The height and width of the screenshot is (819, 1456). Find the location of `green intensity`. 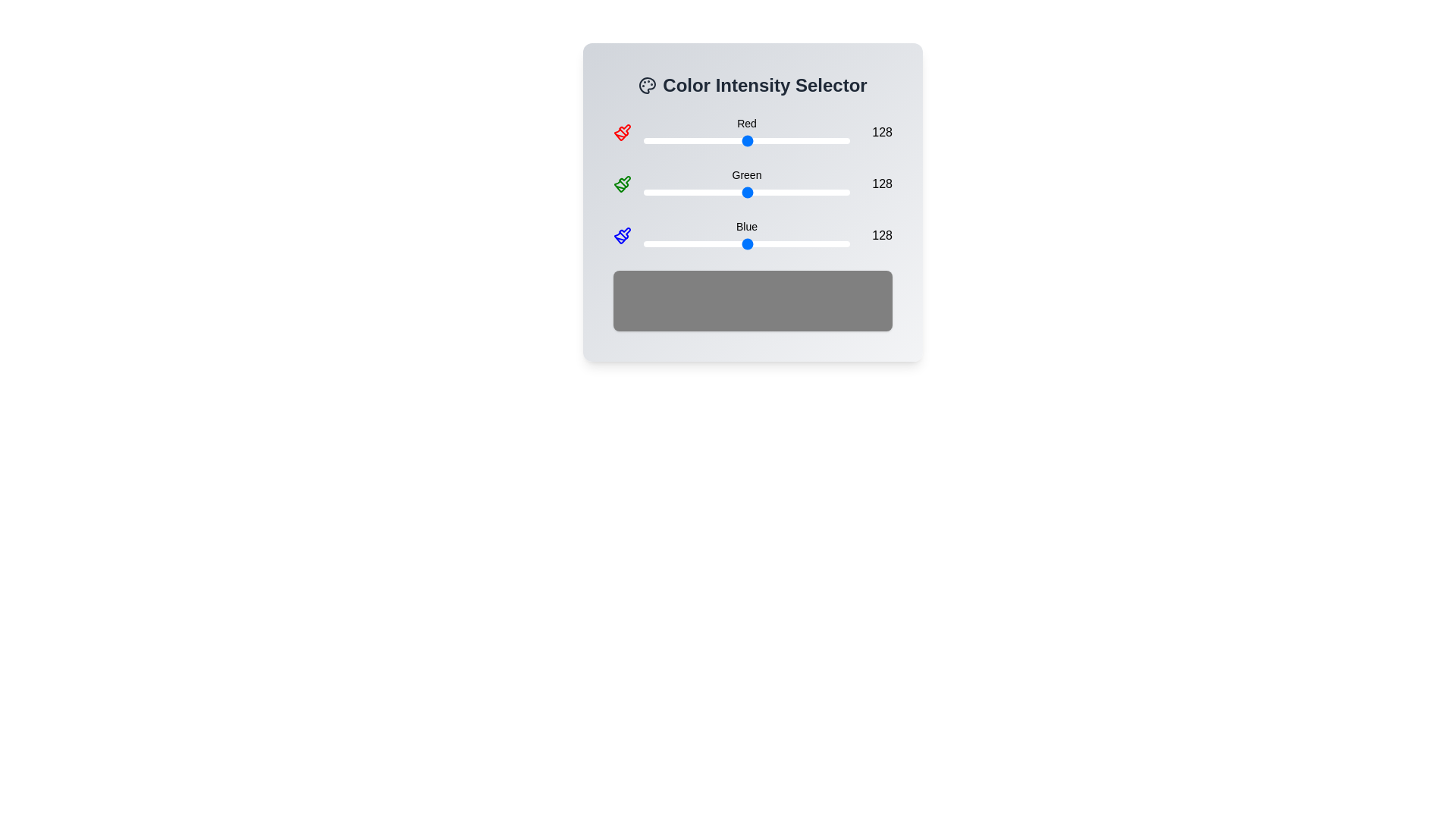

green intensity is located at coordinates (731, 192).